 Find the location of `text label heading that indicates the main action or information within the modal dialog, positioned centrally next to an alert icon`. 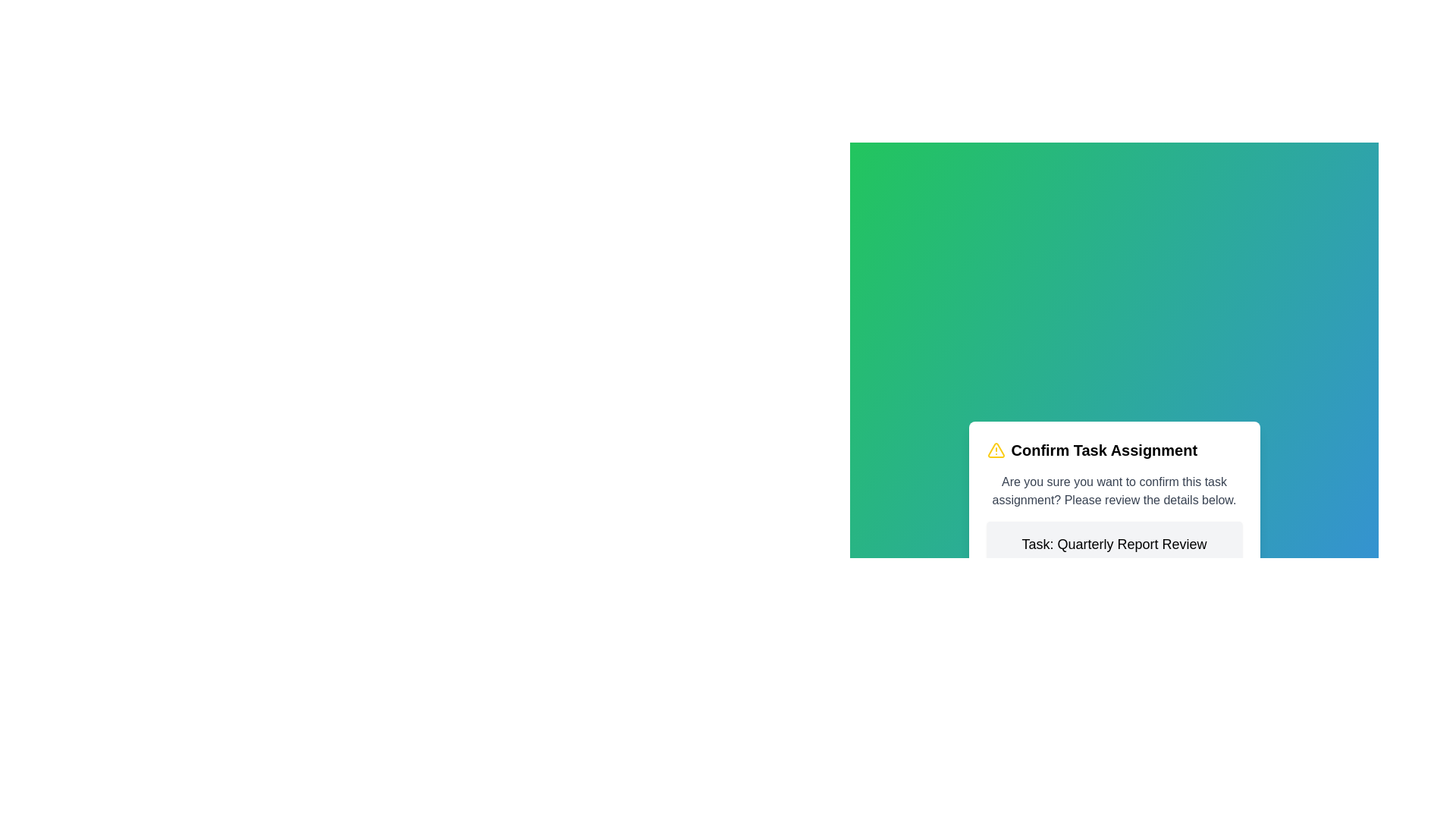

text label heading that indicates the main action or information within the modal dialog, positioned centrally next to an alert icon is located at coordinates (1104, 450).